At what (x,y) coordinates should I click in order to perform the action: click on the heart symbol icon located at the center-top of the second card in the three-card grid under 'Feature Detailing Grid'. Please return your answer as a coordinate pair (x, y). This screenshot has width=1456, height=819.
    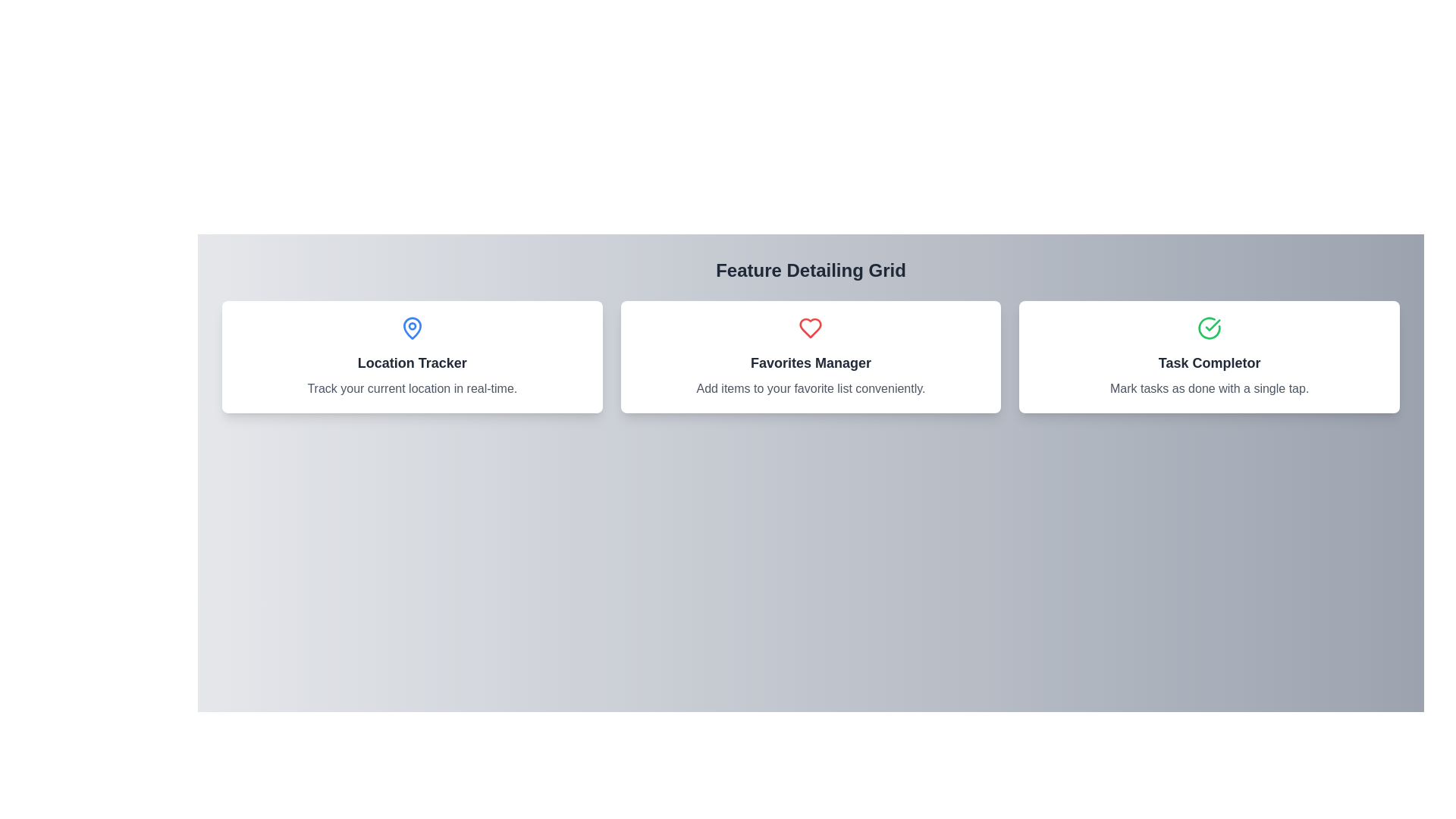
    Looking at the image, I should click on (810, 327).